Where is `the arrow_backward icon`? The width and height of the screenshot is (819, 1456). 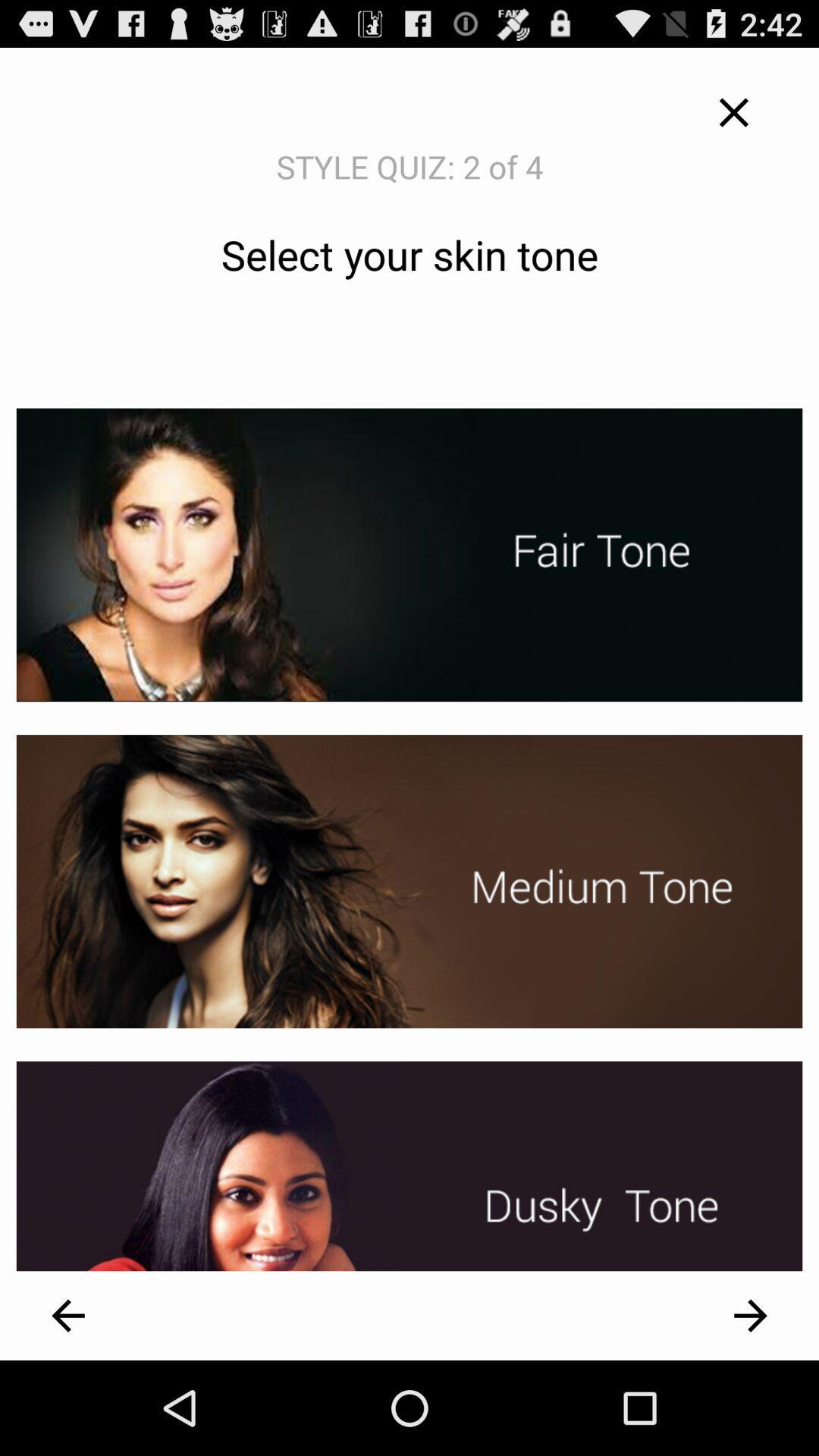
the arrow_backward icon is located at coordinates (67, 1407).